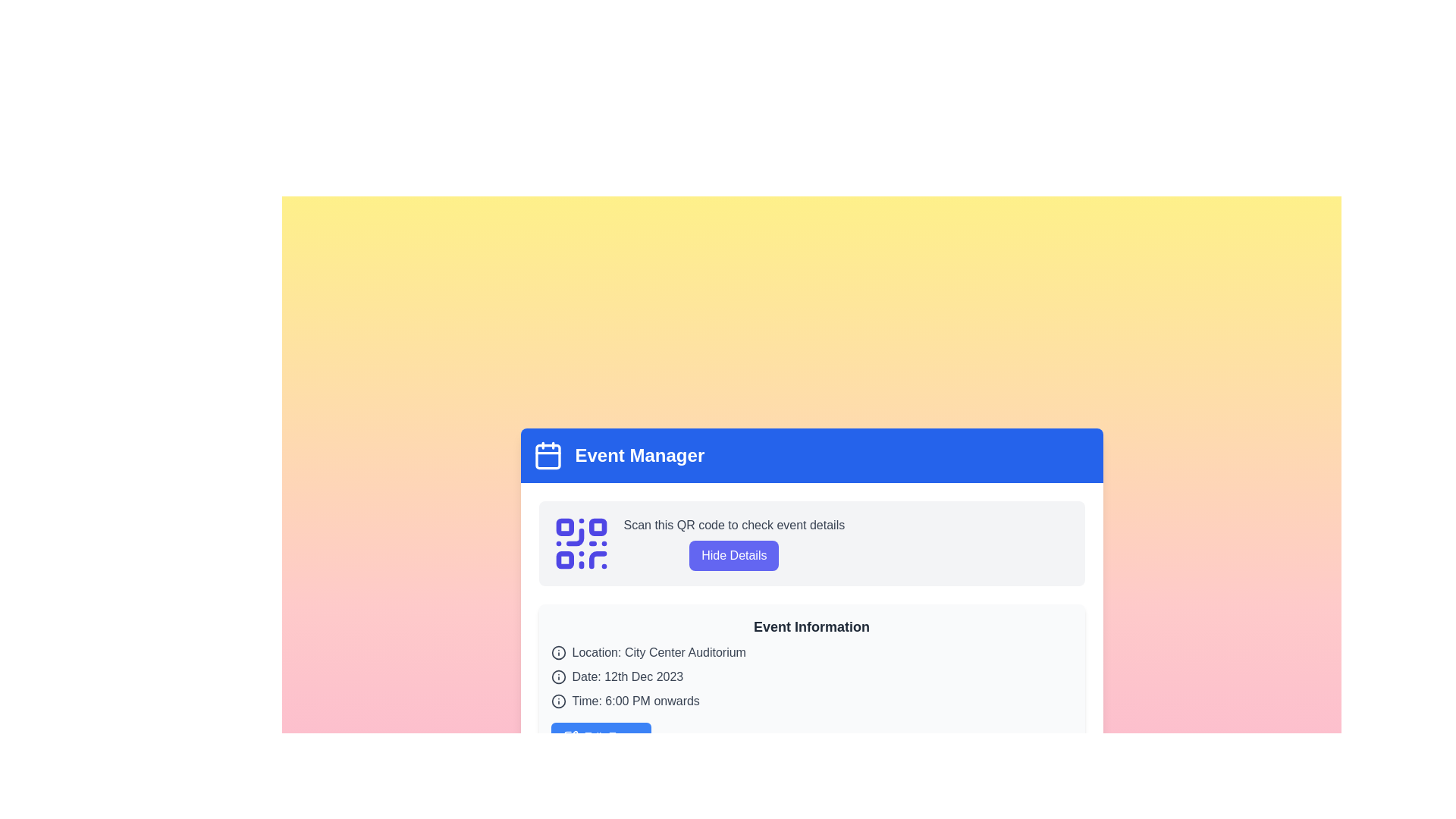 This screenshot has height=819, width=1456. I want to click on the circular SVG icon element that is part of an icon or graphical symbol, located at the top-left corner of a list of event details, so click(557, 651).